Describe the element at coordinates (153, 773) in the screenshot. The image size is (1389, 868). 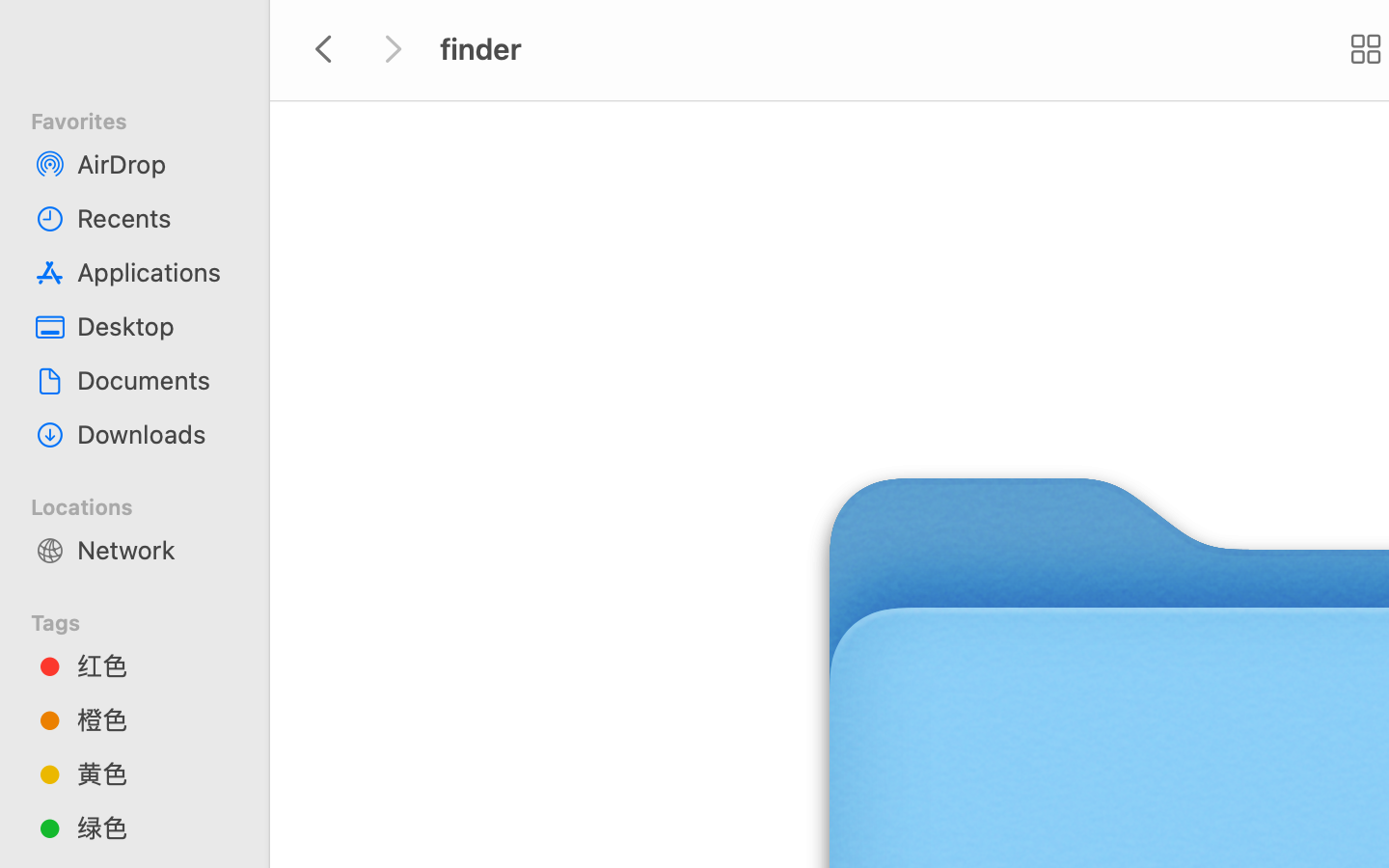
I see `'黄色'` at that location.